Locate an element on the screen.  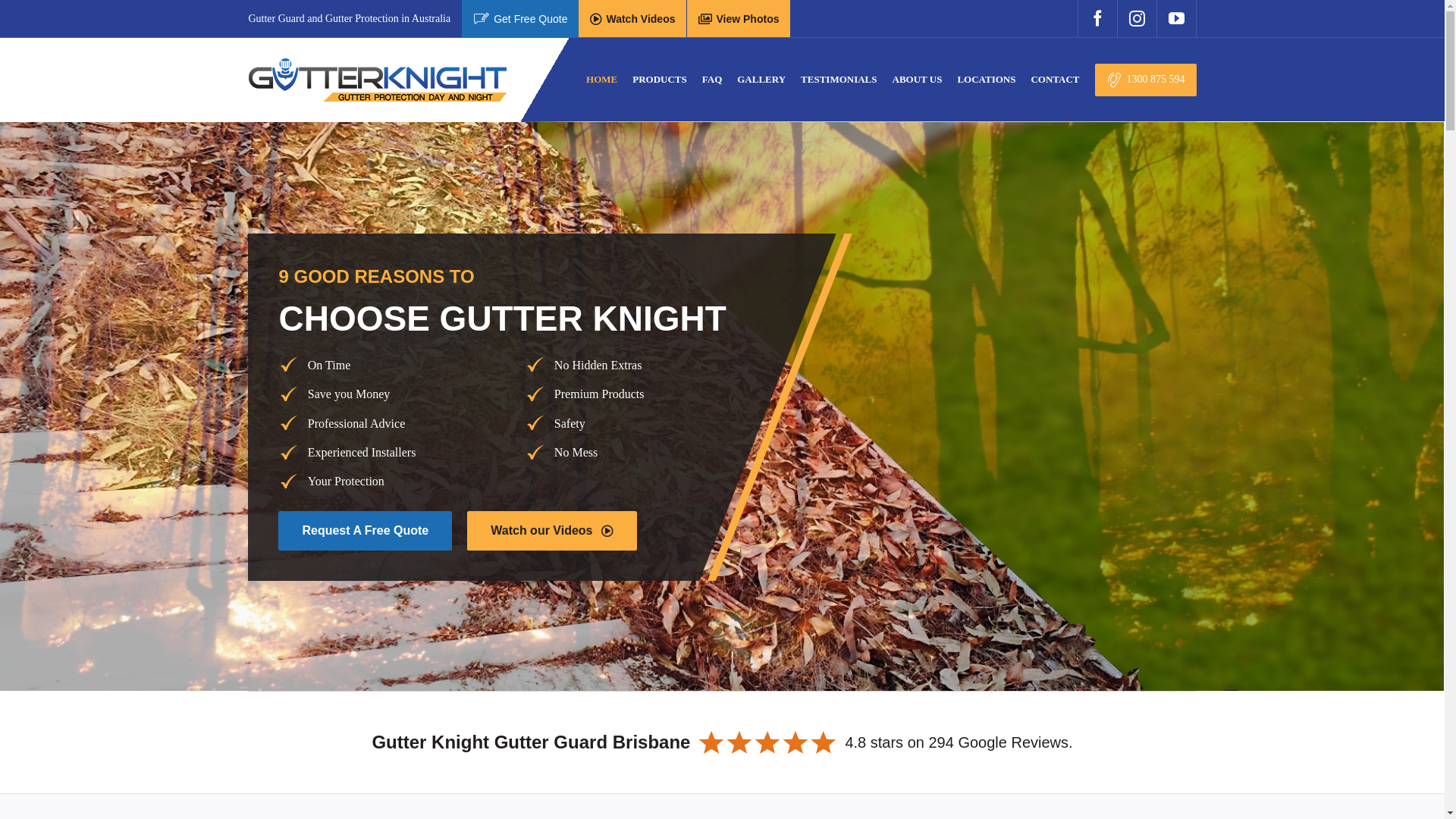
'FAQ' is located at coordinates (711, 79).